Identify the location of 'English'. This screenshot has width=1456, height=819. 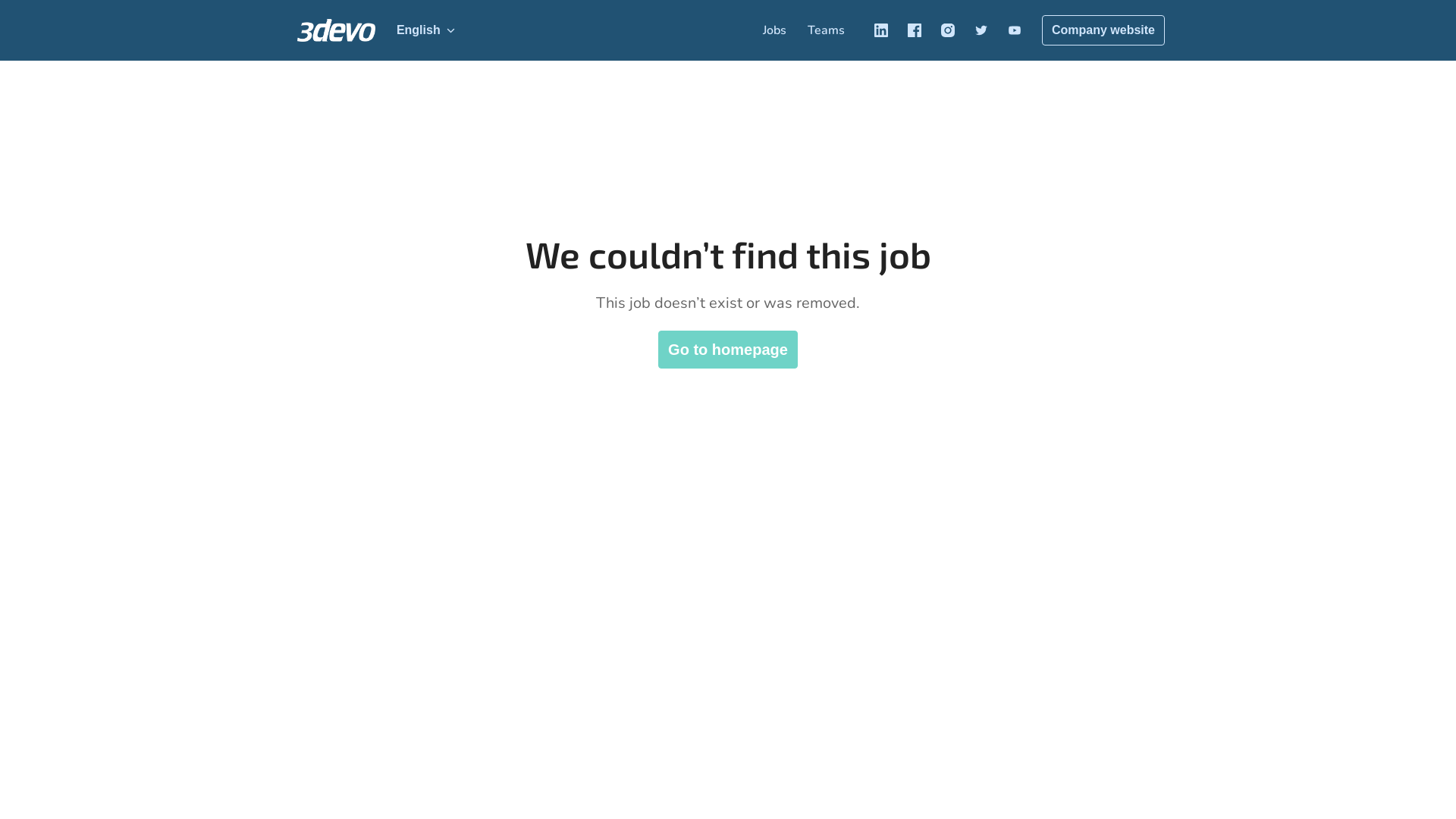
(425, 30).